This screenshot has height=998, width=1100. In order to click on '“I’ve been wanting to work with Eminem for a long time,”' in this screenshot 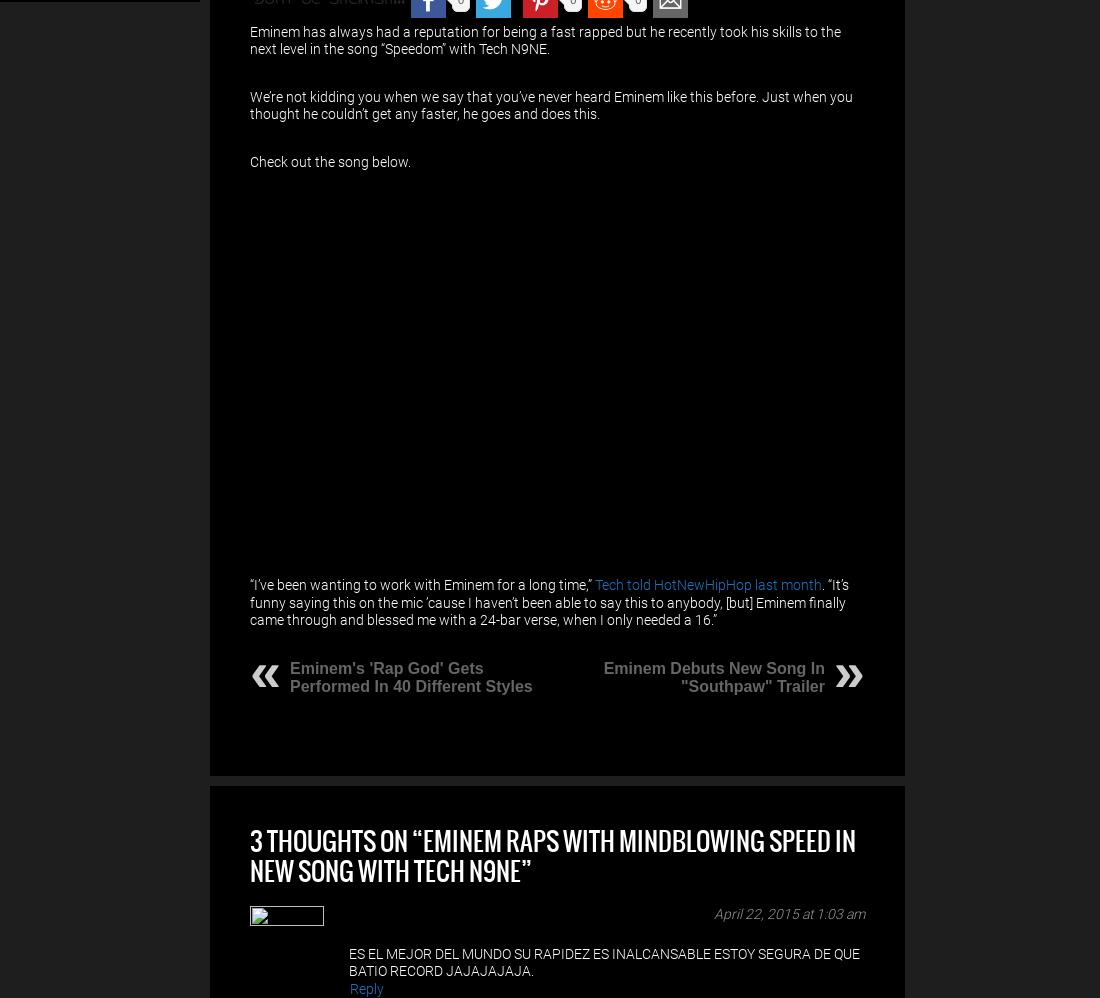, I will do `click(421, 584)`.